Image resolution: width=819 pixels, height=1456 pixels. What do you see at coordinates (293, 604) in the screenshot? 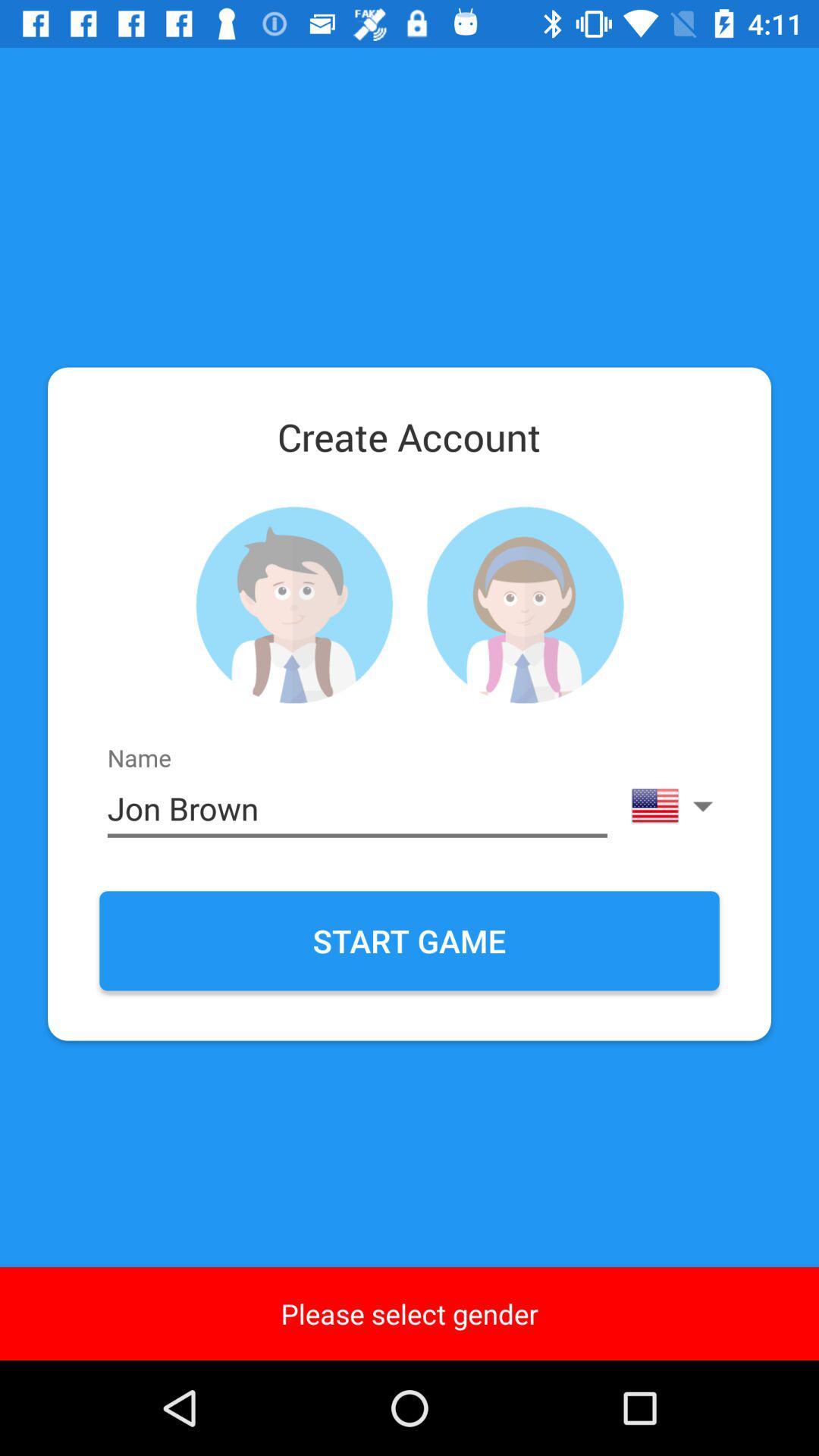
I see `choose male account` at bounding box center [293, 604].